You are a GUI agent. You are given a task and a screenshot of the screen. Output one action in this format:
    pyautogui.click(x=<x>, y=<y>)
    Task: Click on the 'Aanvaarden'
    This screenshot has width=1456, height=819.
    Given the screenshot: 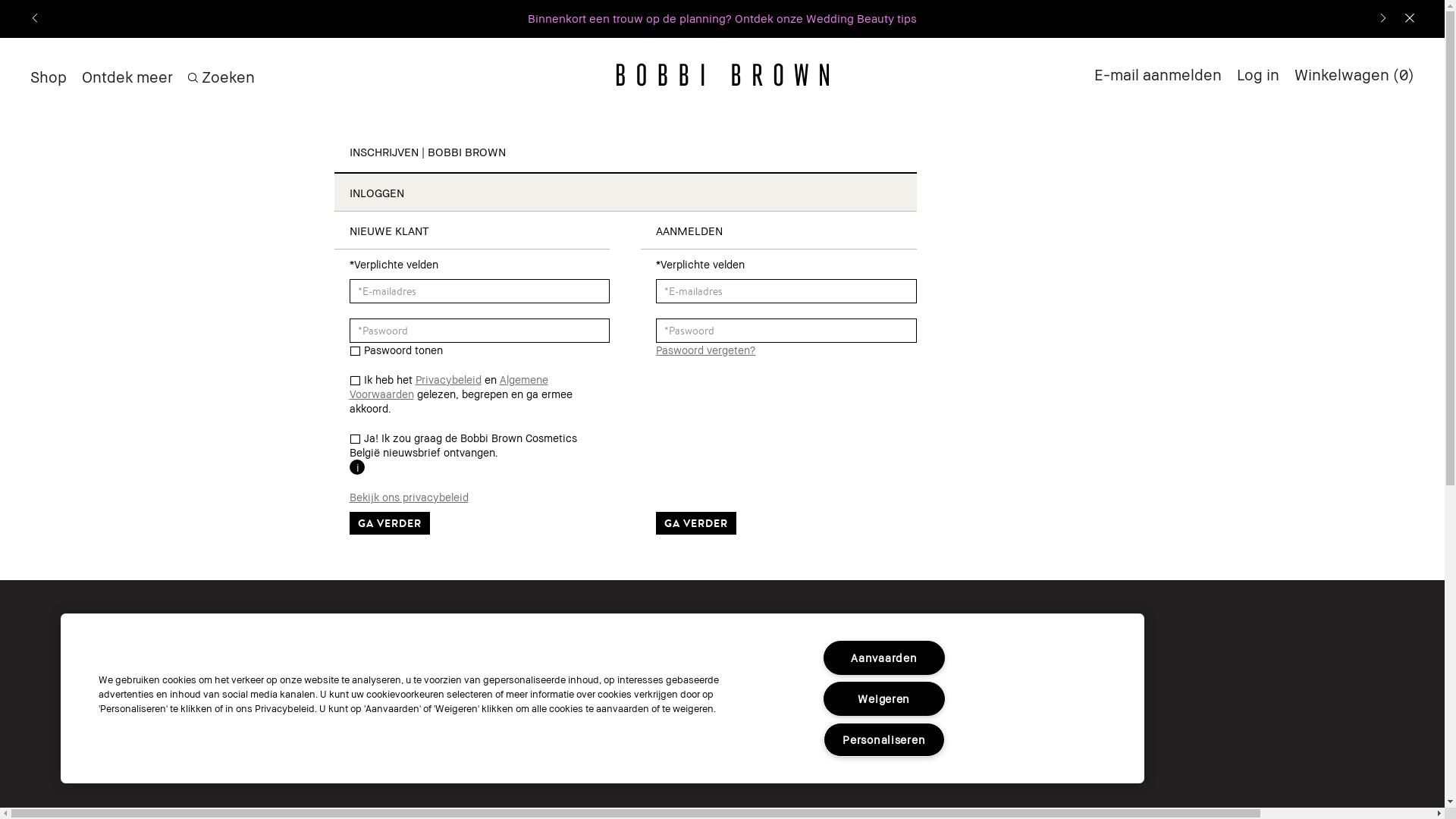 What is the action you would take?
    pyautogui.click(x=822, y=657)
    